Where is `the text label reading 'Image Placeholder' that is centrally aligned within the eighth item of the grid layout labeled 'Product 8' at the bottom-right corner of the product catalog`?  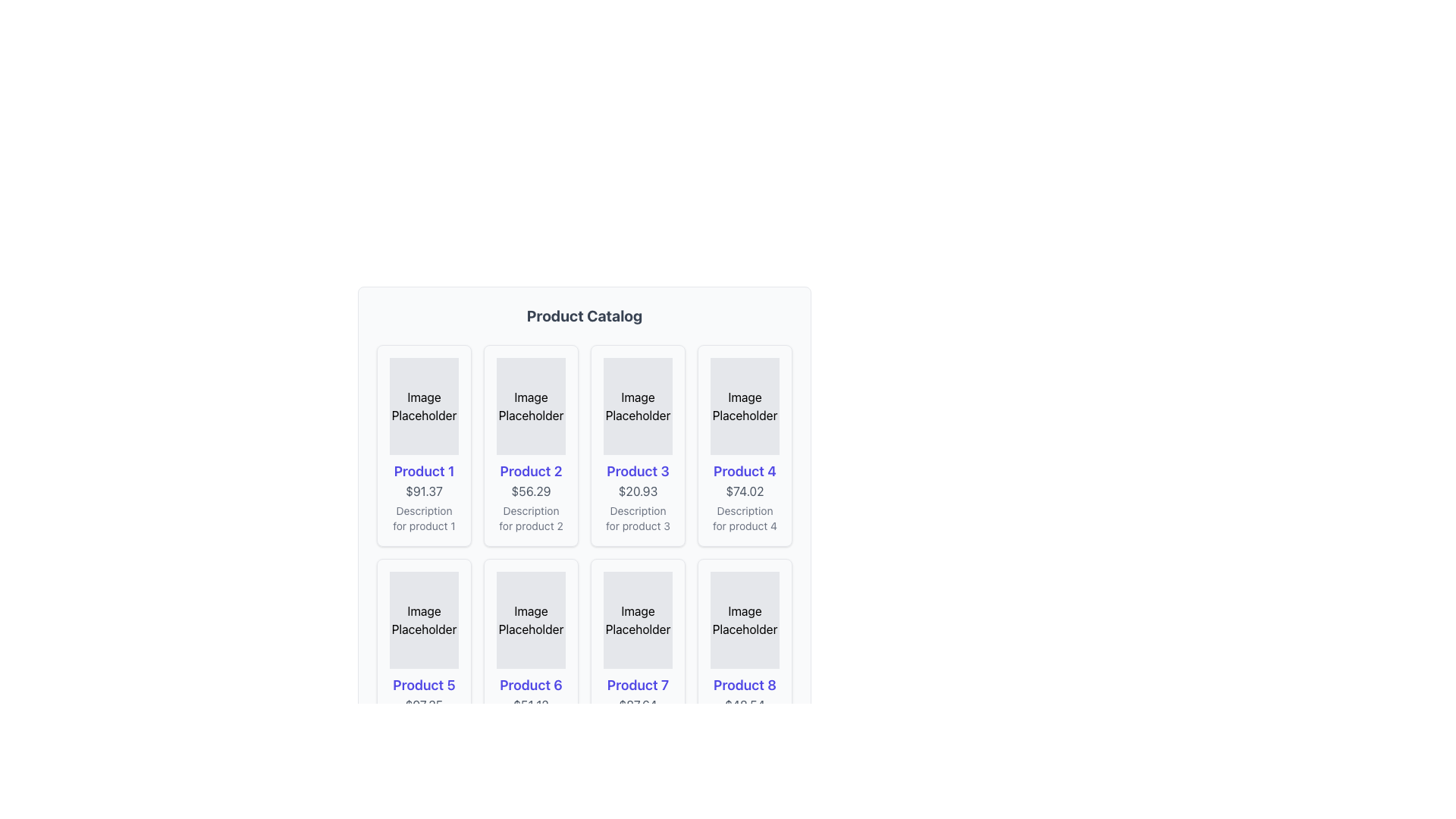 the text label reading 'Image Placeholder' that is centrally aligned within the eighth item of the grid layout labeled 'Product 8' at the bottom-right corner of the product catalog is located at coordinates (745, 620).